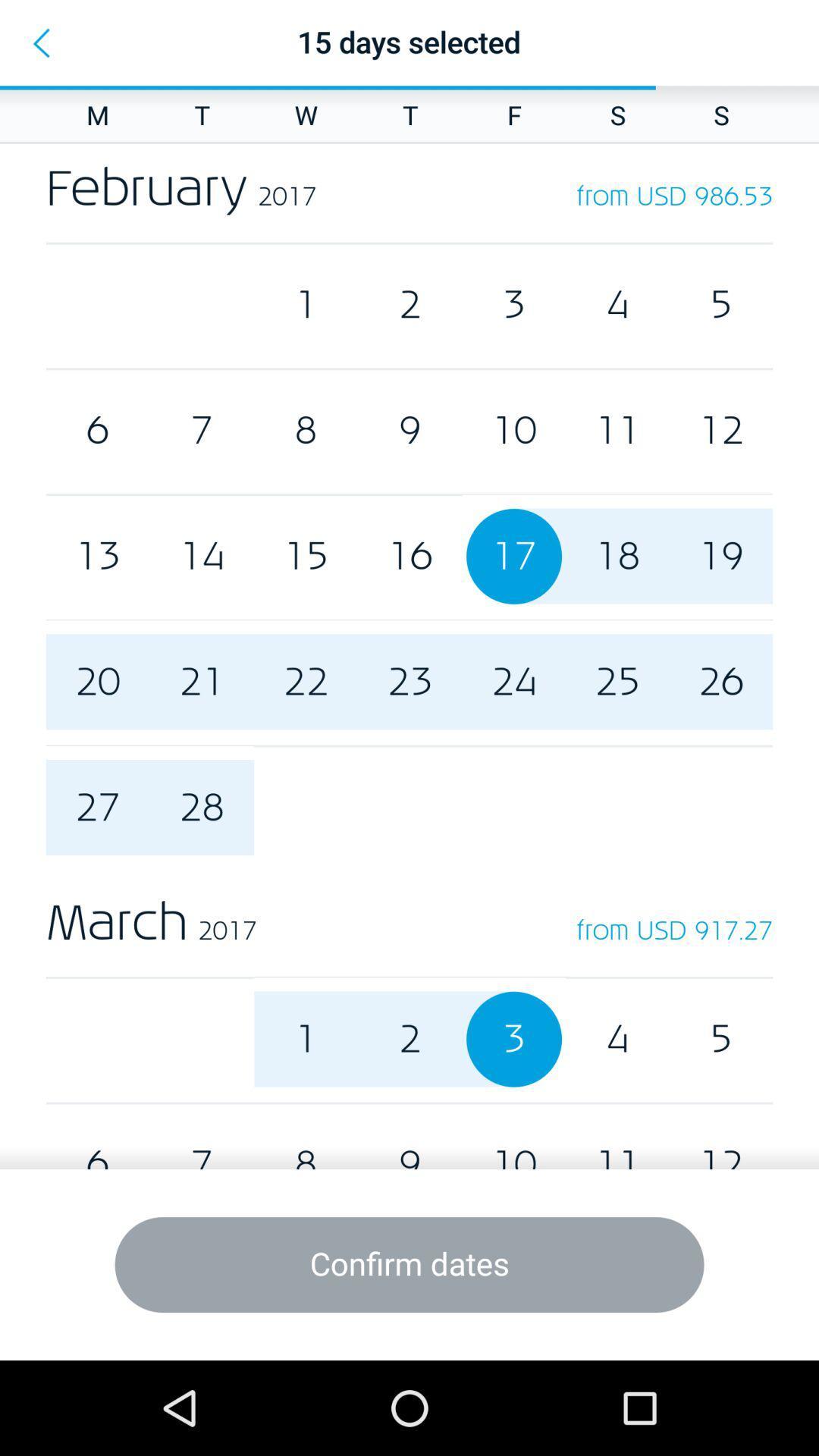 Image resolution: width=819 pixels, height=1456 pixels. Describe the element at coordinates (409, 1265) in the screenshot. I see `the confirm dates item` at that location.